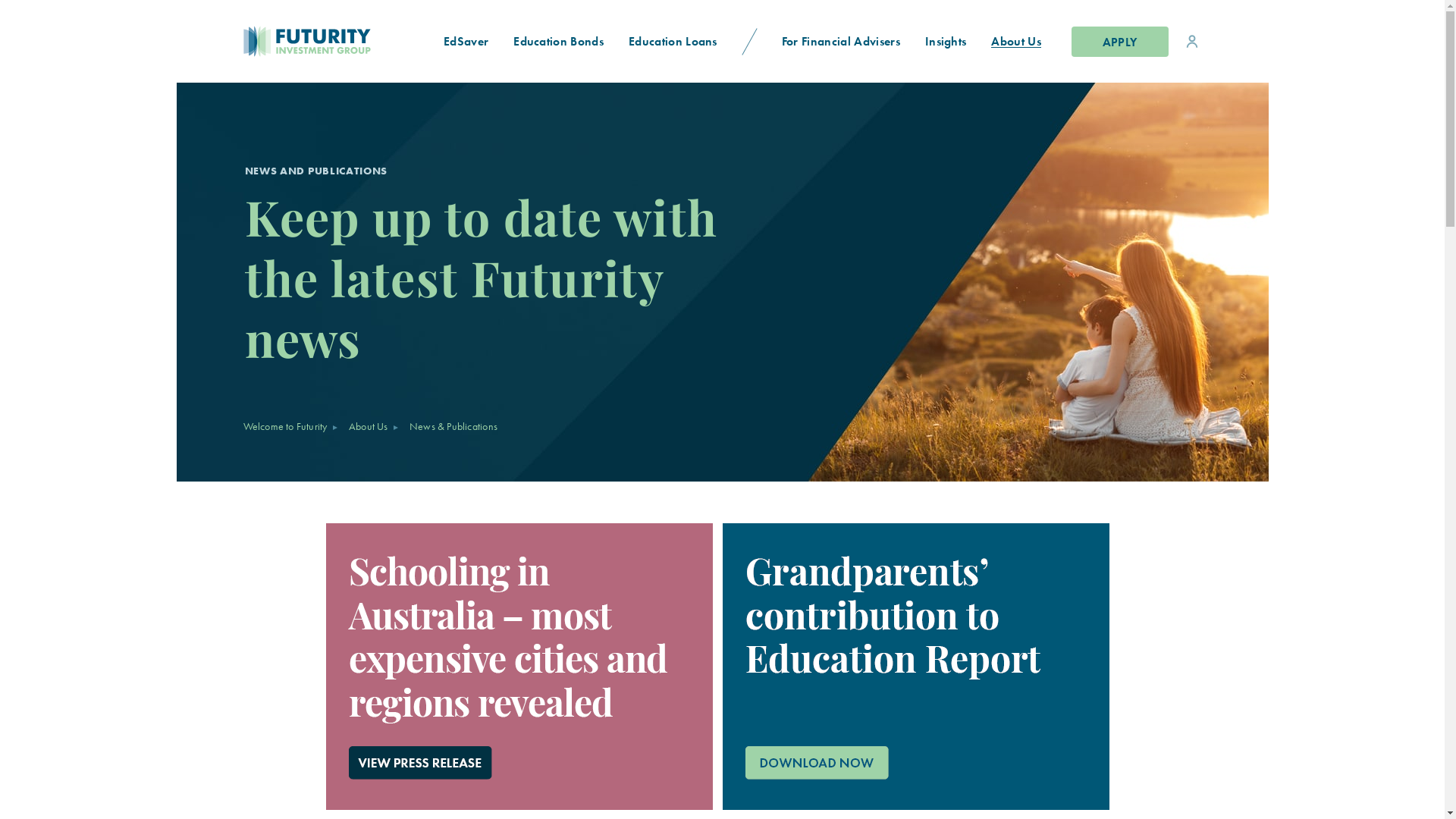  I want to click on 'Education Bonds', so click(558, 40).